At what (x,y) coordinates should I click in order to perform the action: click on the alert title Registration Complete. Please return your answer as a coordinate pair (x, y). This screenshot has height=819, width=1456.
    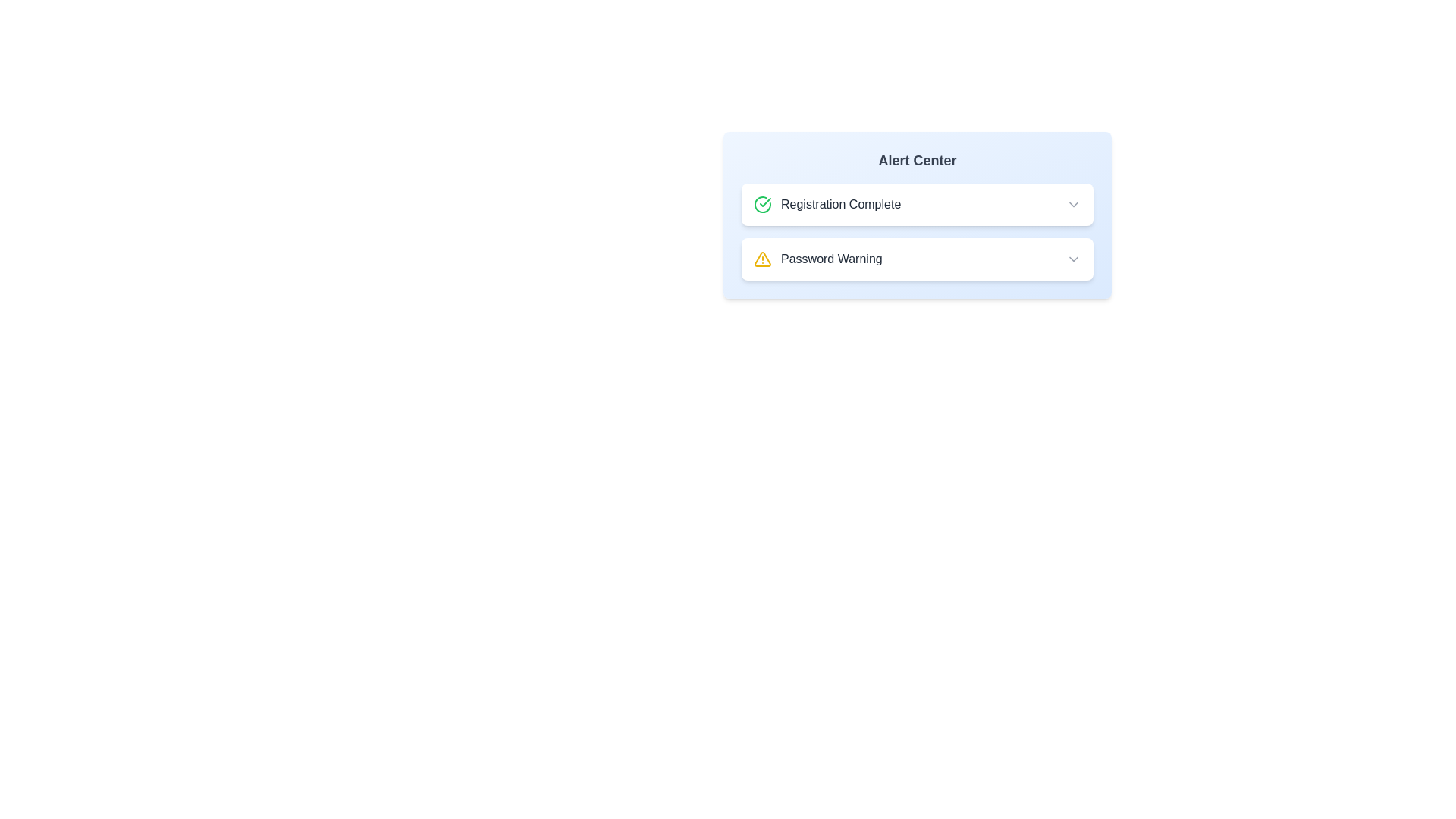
    Looking at the image, I should click on (916, 205).